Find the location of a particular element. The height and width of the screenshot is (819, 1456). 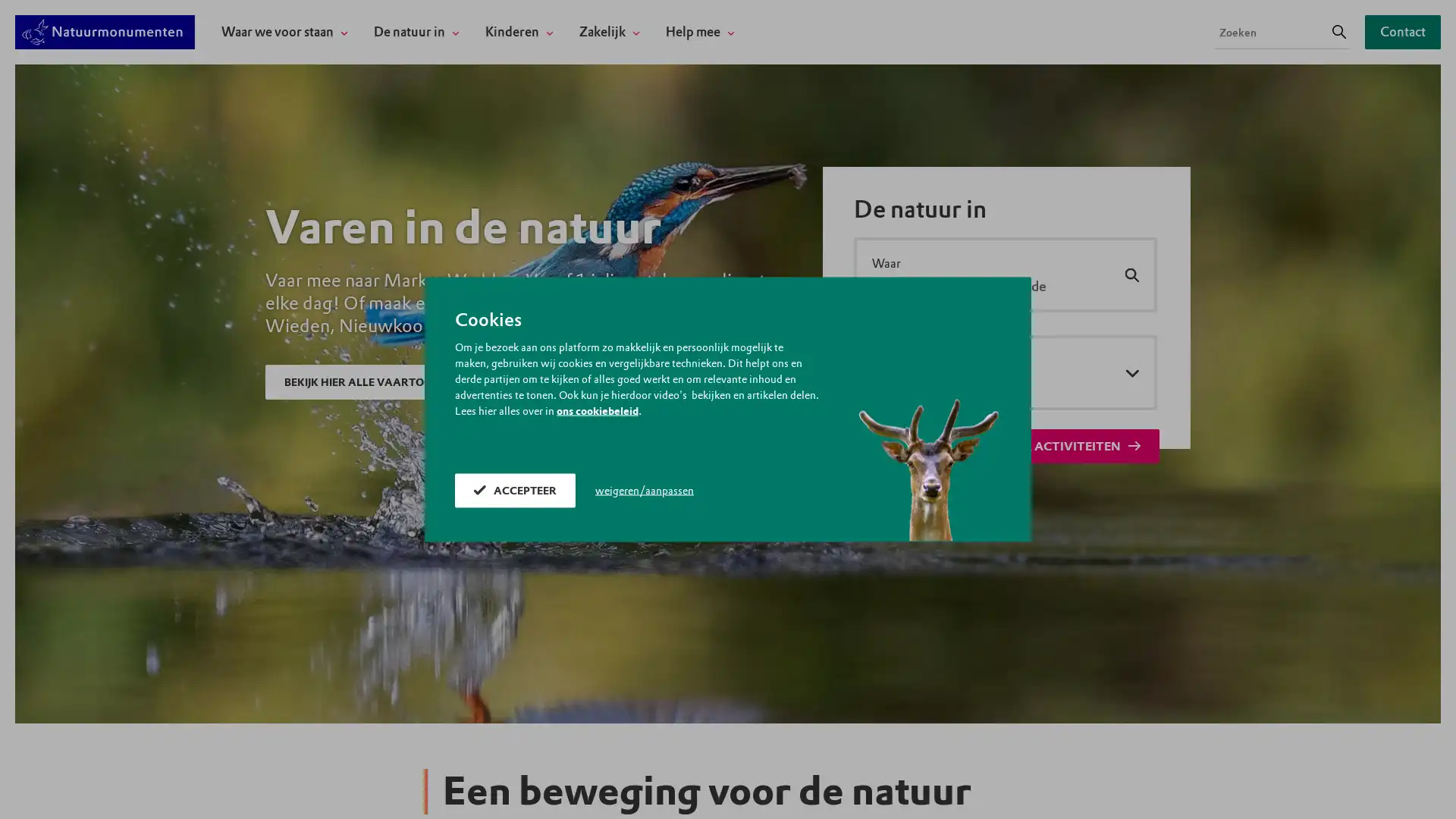

ACCEPTEER vinkje klein is located at coordinates (515, 490).